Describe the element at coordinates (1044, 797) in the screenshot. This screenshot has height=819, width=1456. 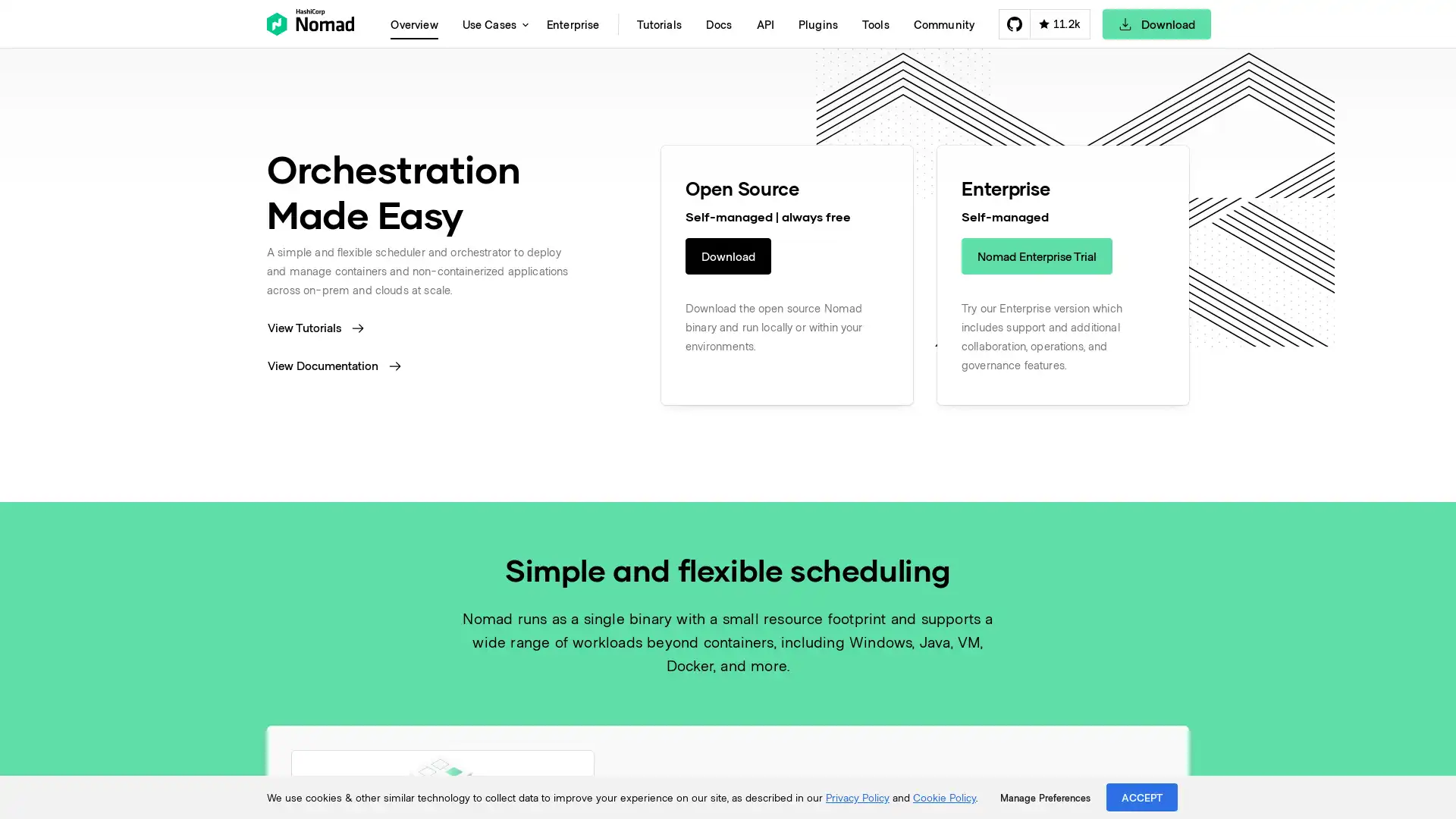
I see `Manage Preferences` at that location.